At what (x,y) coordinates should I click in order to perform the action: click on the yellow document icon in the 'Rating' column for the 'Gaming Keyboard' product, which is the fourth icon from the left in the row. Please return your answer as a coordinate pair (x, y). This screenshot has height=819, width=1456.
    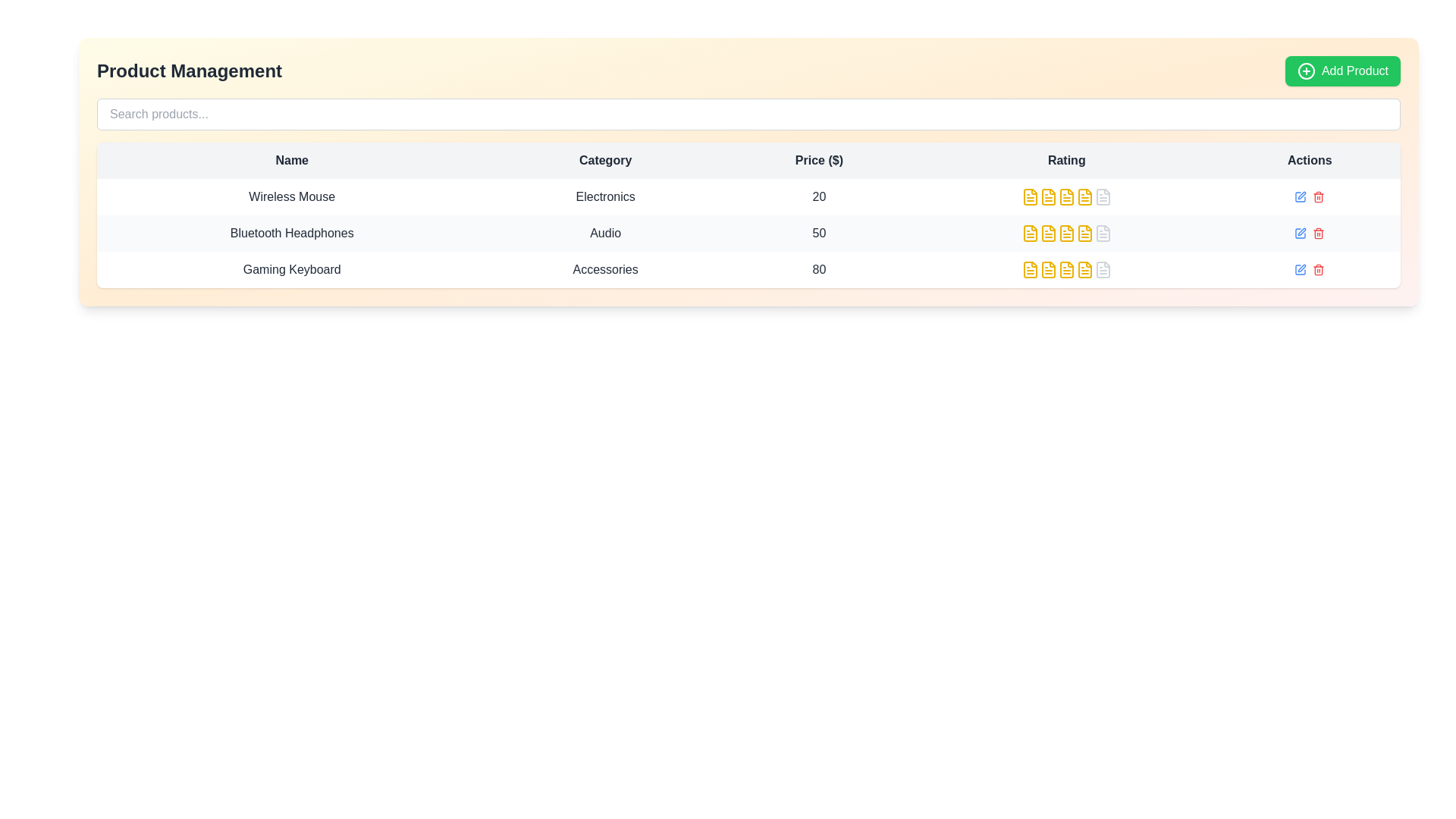
    Looking at the image, I should click on (1065, 268).